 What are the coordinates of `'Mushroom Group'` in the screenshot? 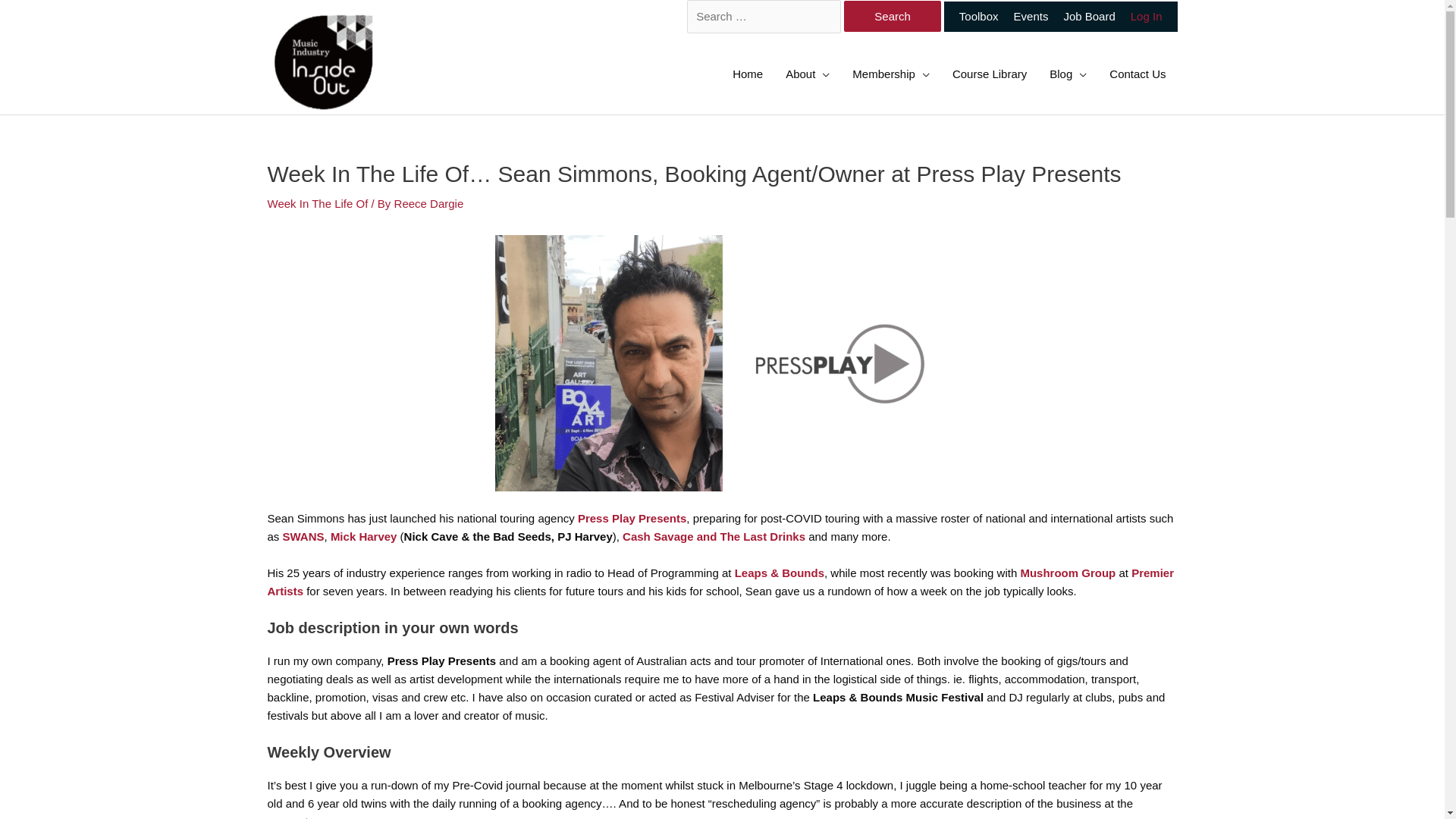 It's located at (1066, 573).